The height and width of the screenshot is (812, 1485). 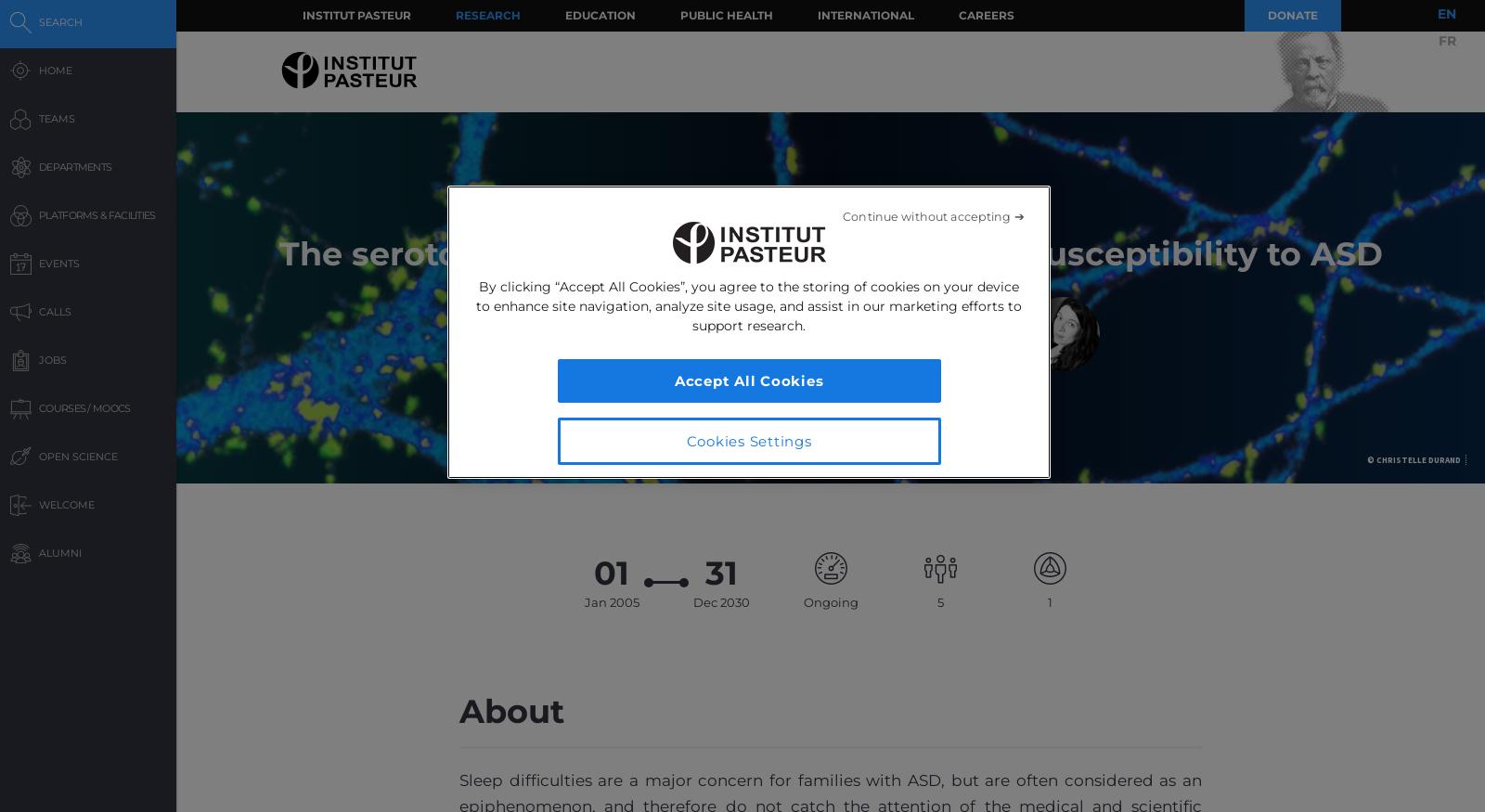 What do you see at coordinates (727, 14) in the screenshot?
I see `'Public Health'` at bounding box center [727, 14].